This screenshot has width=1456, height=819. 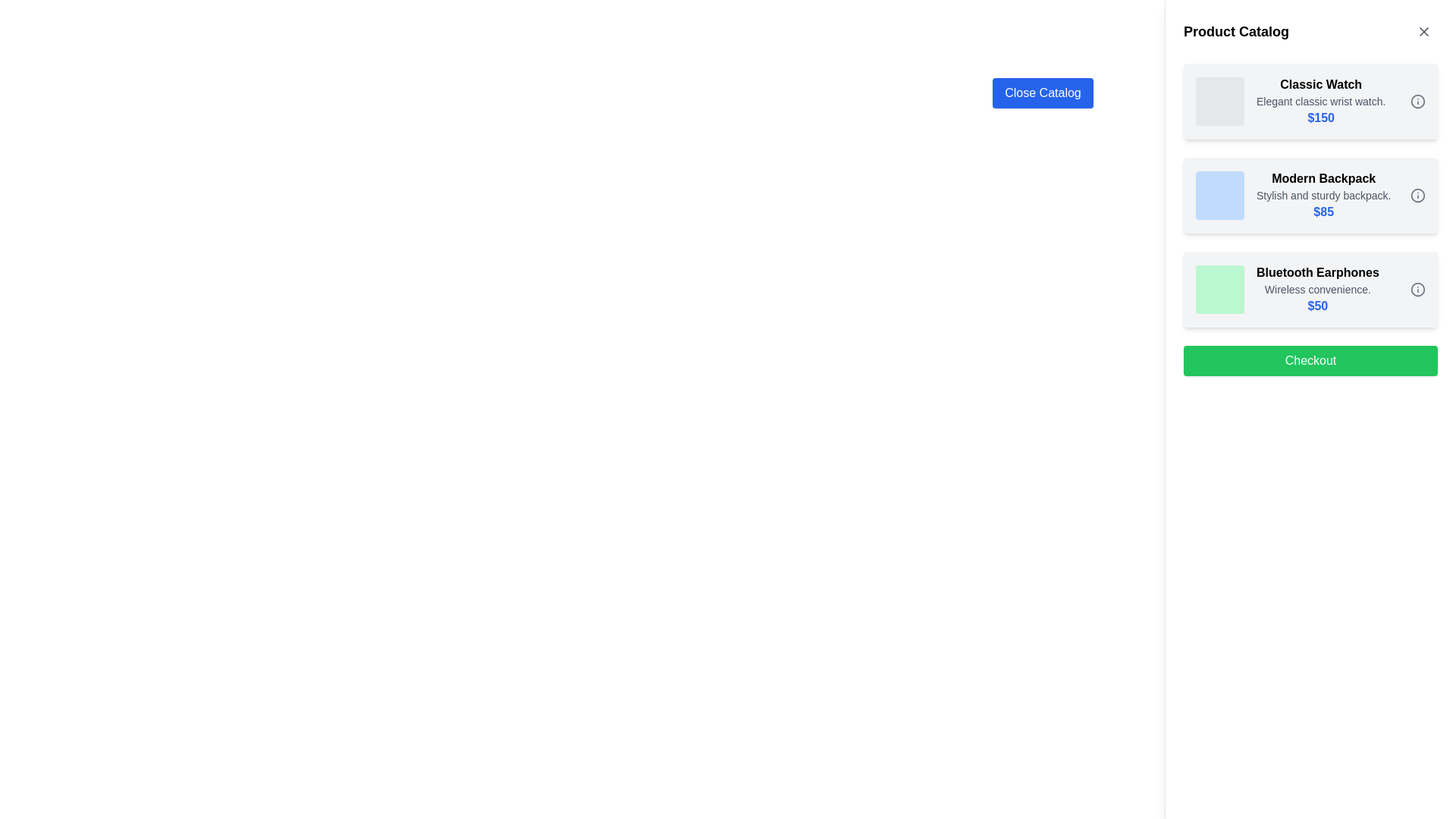 What do you see at coordinates (1417, 195) in the screenshot?
I see `the information icon next to the descriptive text and price of the 'Modern Backpack'` at bounding box center [1417, 195].